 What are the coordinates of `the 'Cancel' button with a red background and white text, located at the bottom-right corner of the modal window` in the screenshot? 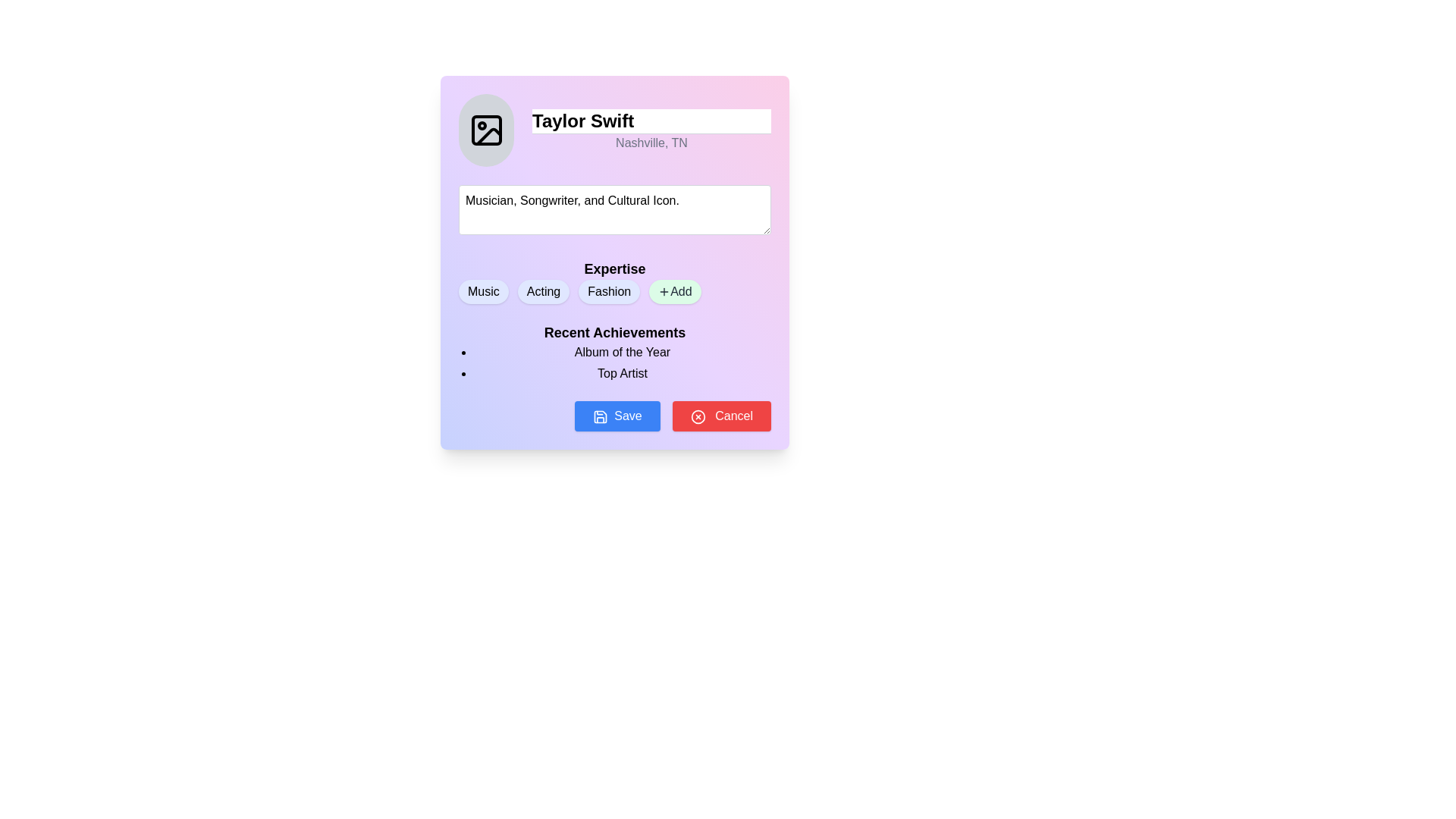 It's located at (720, 416).